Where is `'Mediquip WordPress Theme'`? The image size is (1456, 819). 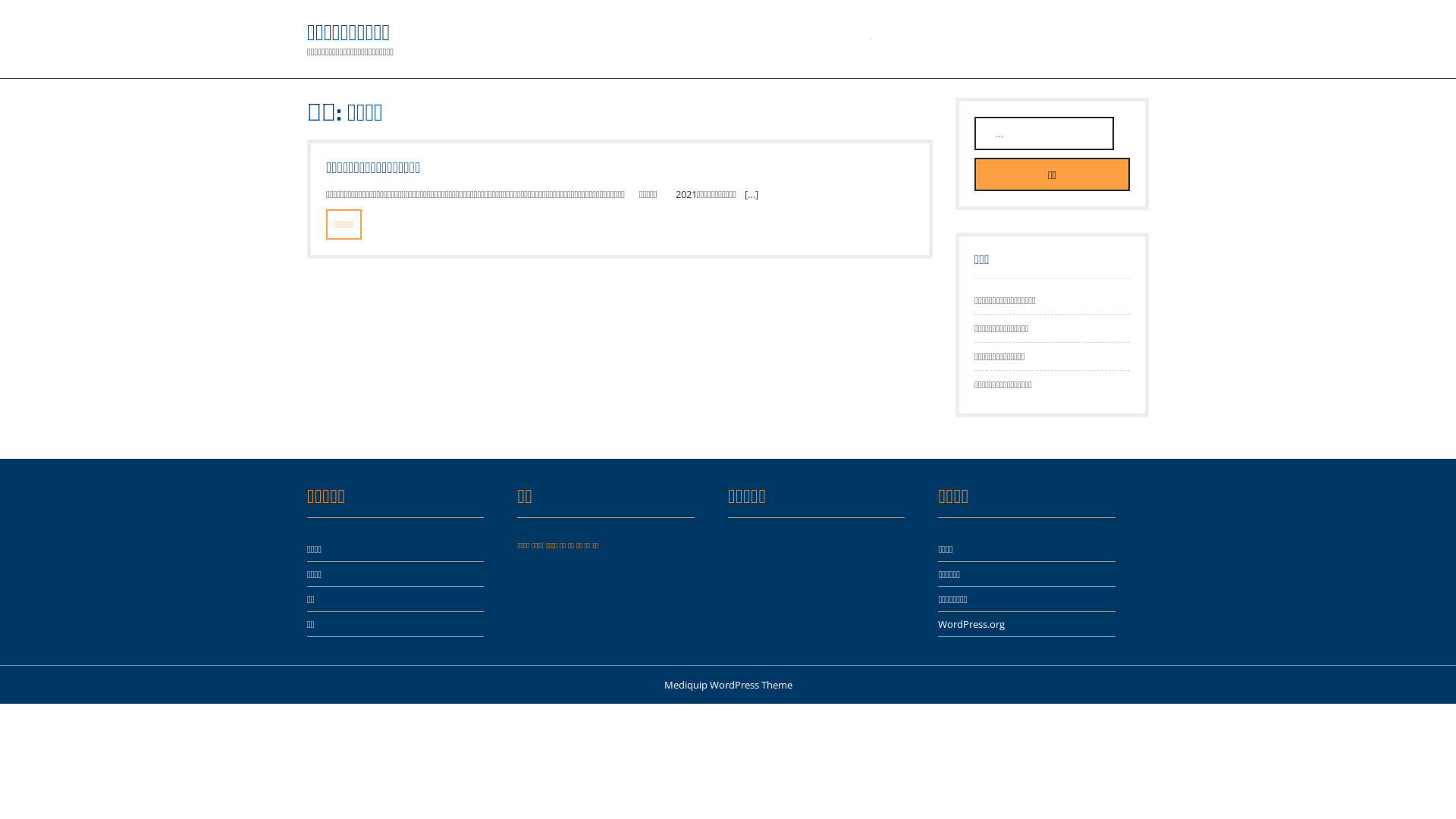
'Mediquip WordPress Theme' is located at coordinates (728, 684).